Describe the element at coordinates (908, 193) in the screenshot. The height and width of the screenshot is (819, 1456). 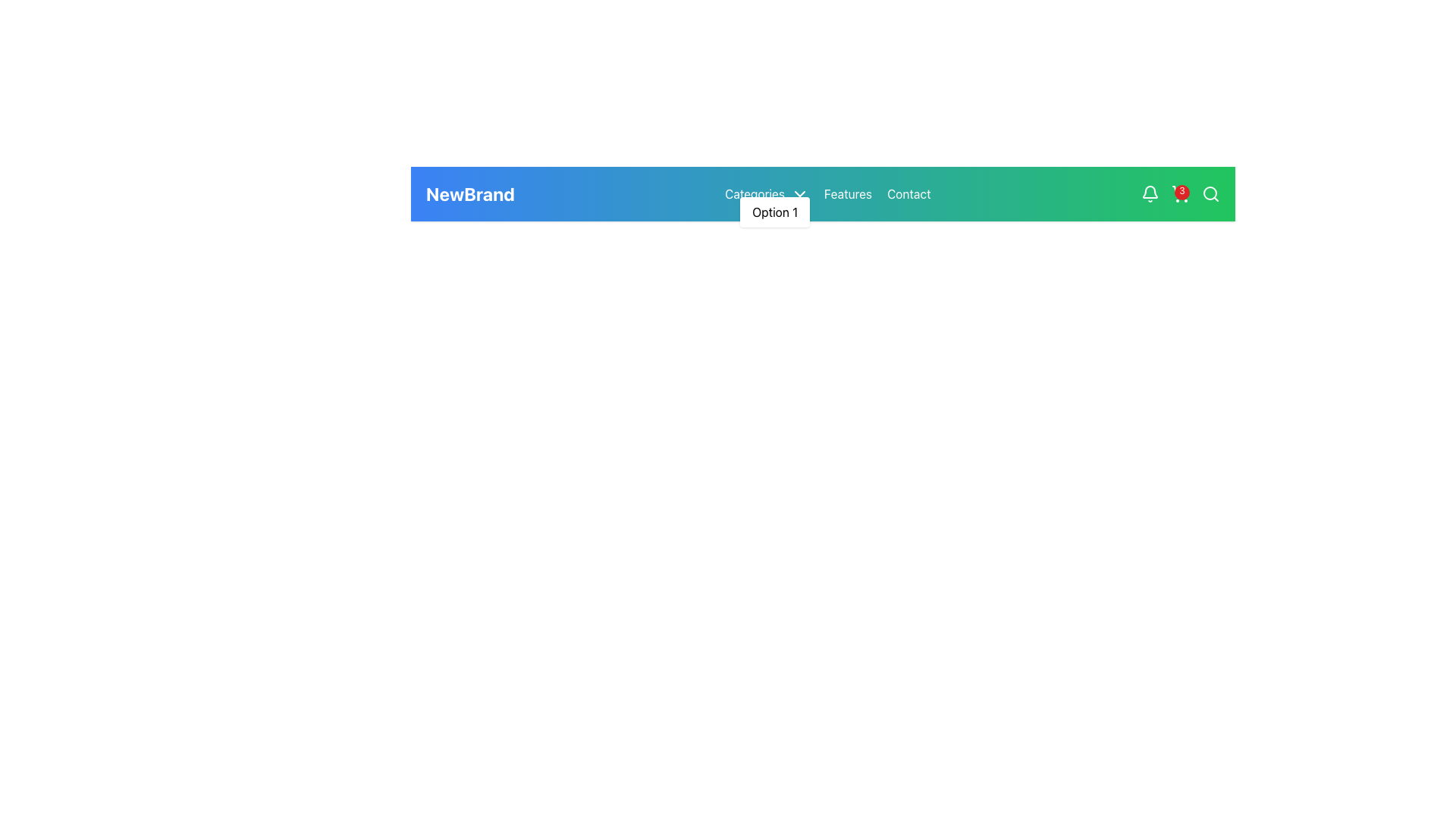
I see `the 'Contact' link in the top-right portion of the navigation bar to underline the text` at that location.